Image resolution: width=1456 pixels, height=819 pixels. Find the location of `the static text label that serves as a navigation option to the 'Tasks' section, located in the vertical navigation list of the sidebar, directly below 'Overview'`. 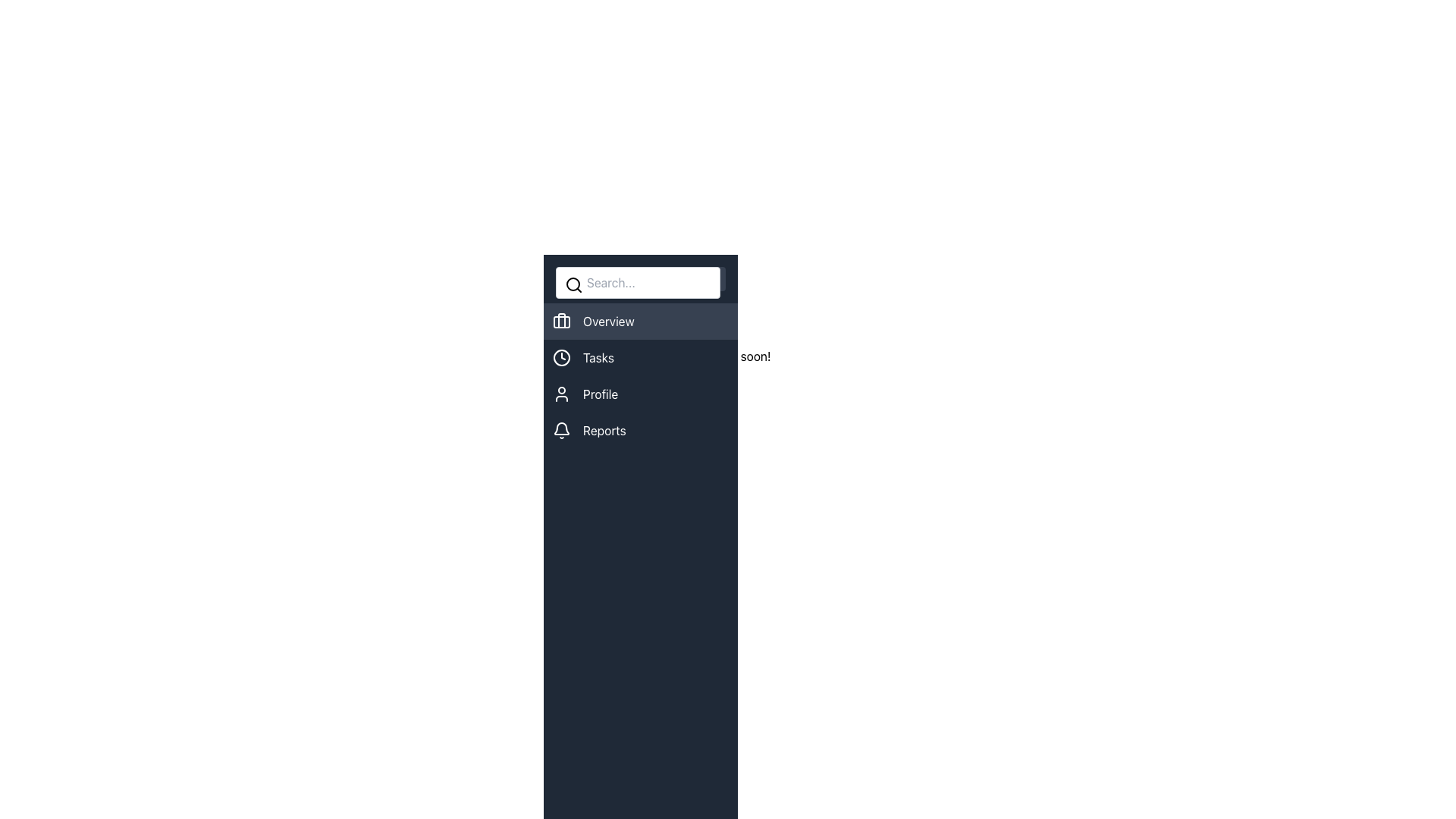

the static text label that serves as a navigation option to the 'Tasks' section, located in the vertical navigation list of the sidebar, directly below 'Overview' is located at coordinates (598, 357).